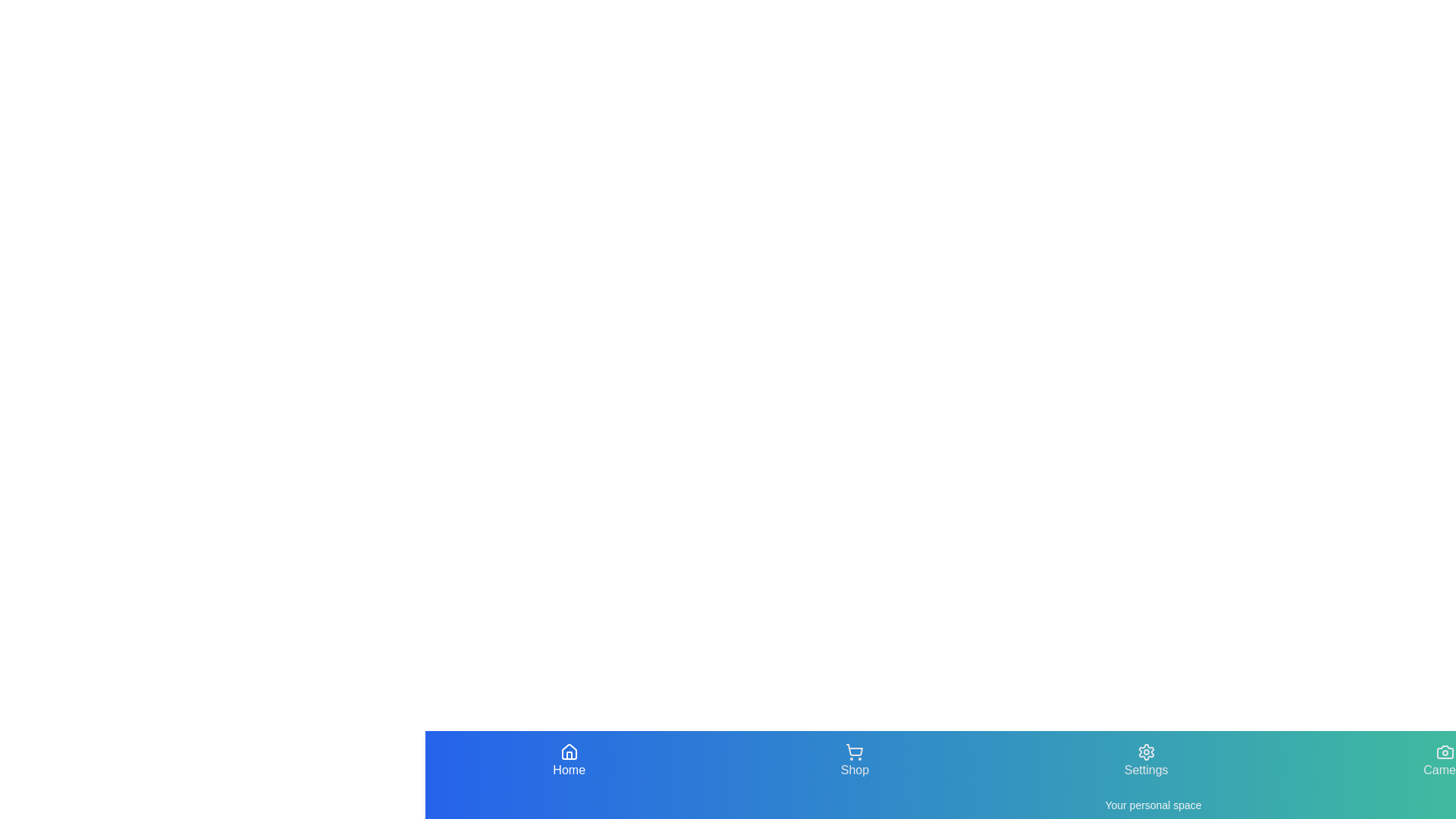 The image size is (1456, 819). Describe the element at coordinates (568, 761) in the screenshot. I see `the tab labeled 'Home' to preview its hover effect` at that location.